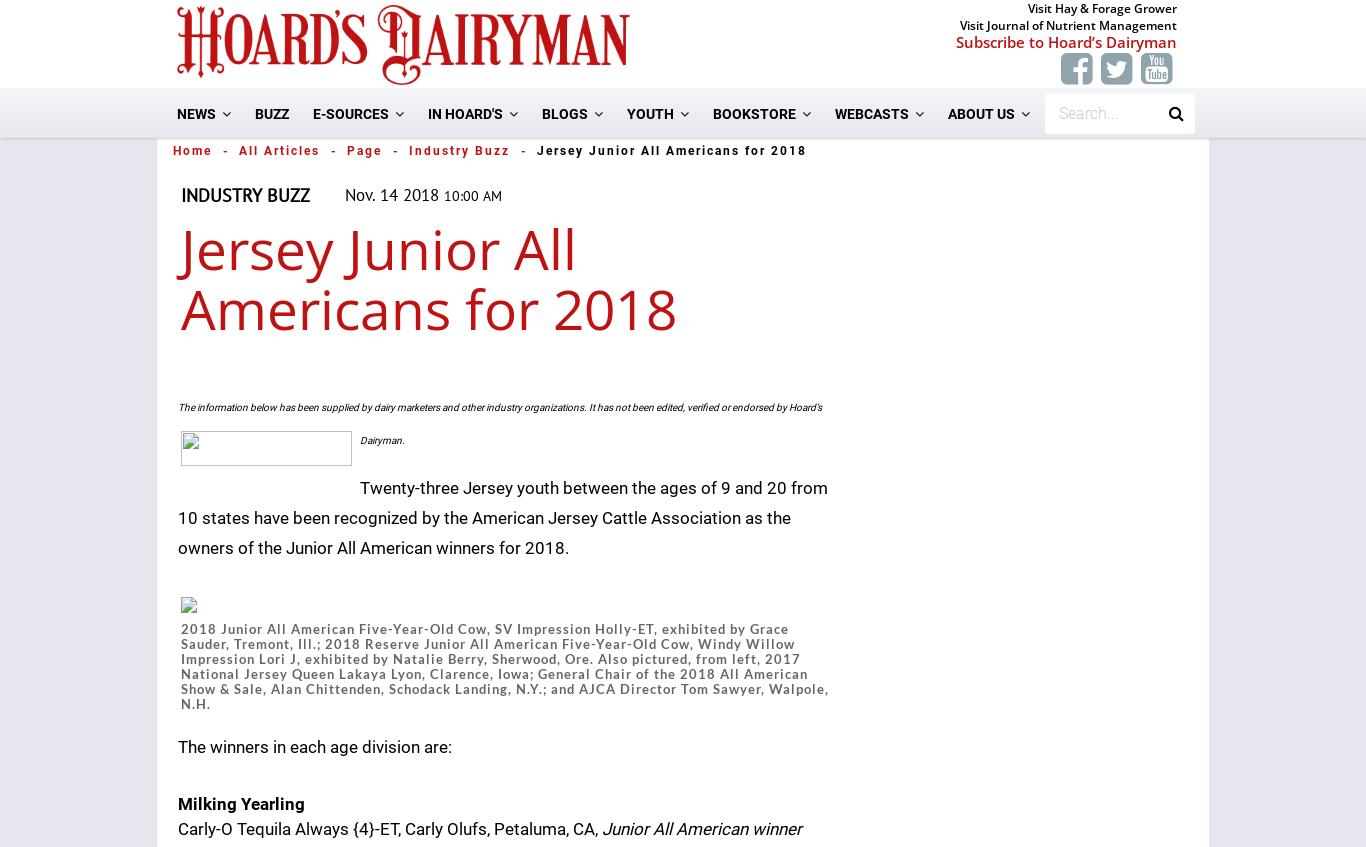 The width and height of the screenshot is (1366, 847). I want to click on 'Dairy Policy', so click(376, 392).